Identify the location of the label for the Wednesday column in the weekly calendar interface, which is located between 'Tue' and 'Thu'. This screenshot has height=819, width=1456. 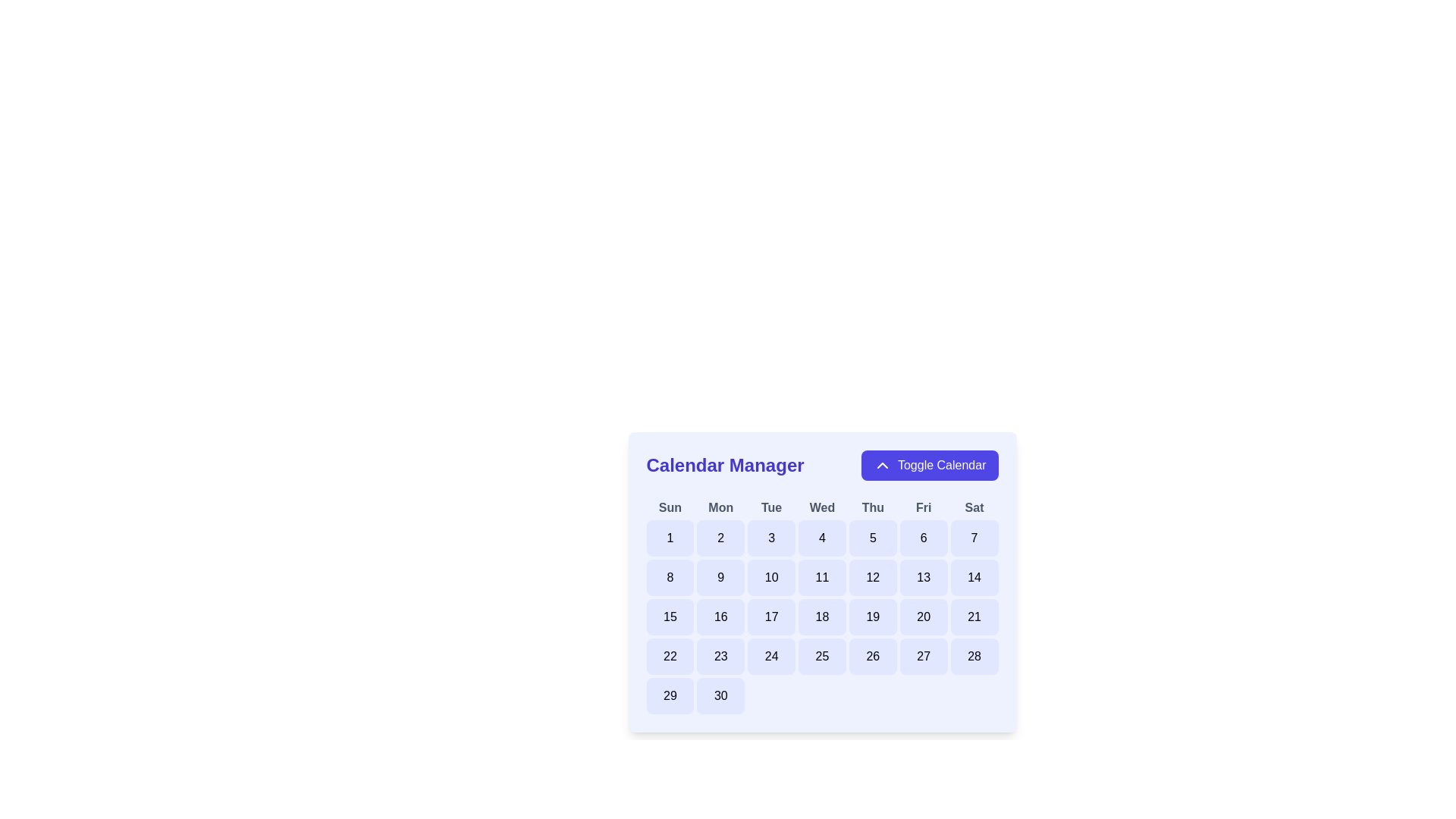
(821, 508).